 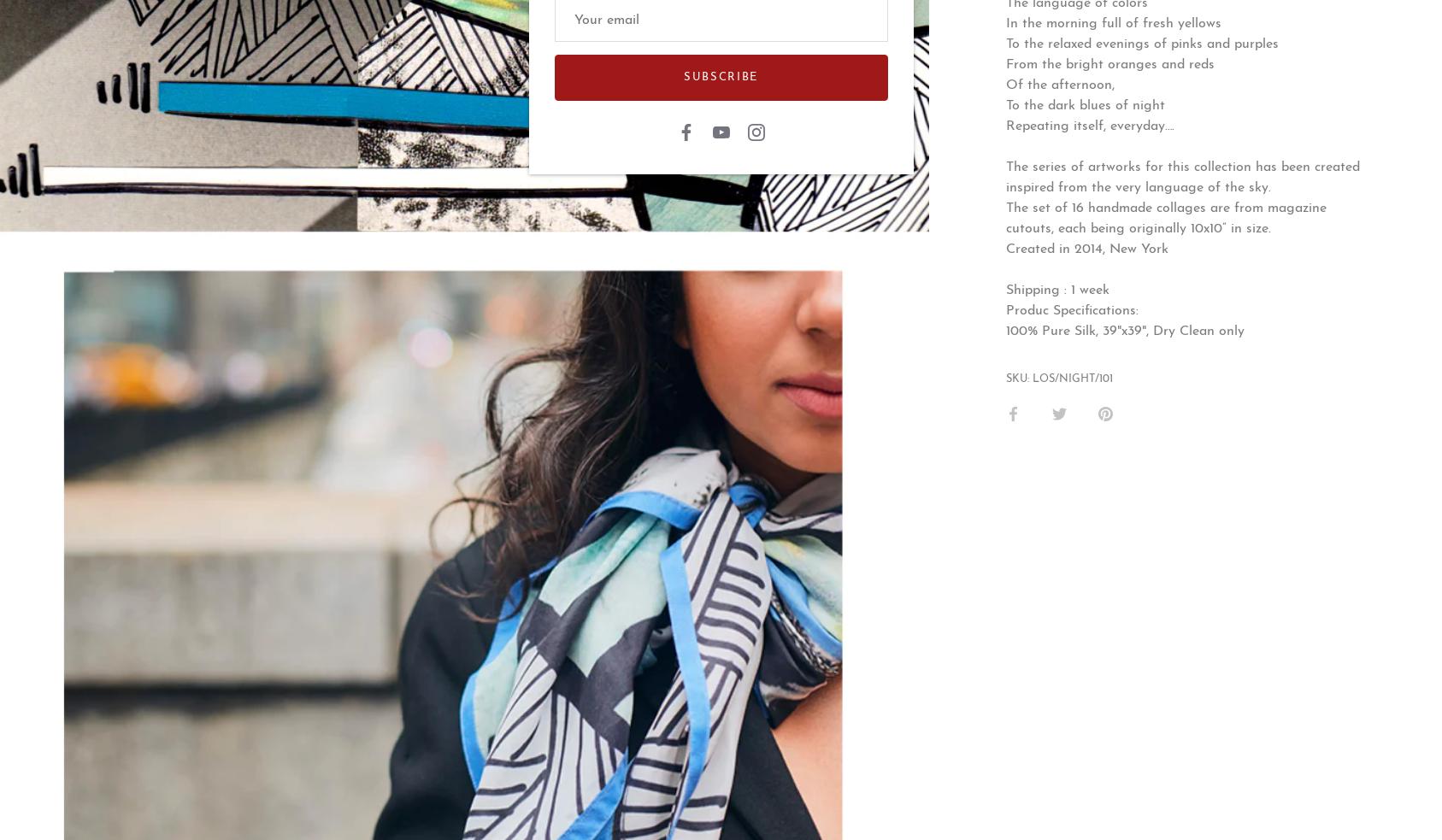 What do you see at coordinates (1166, 218) in the screenshot?
I see `'The set of 16 handmade collages are from magazine cutouts, each being originally 10x10” in size.'` at bounding box center [1166, 218].